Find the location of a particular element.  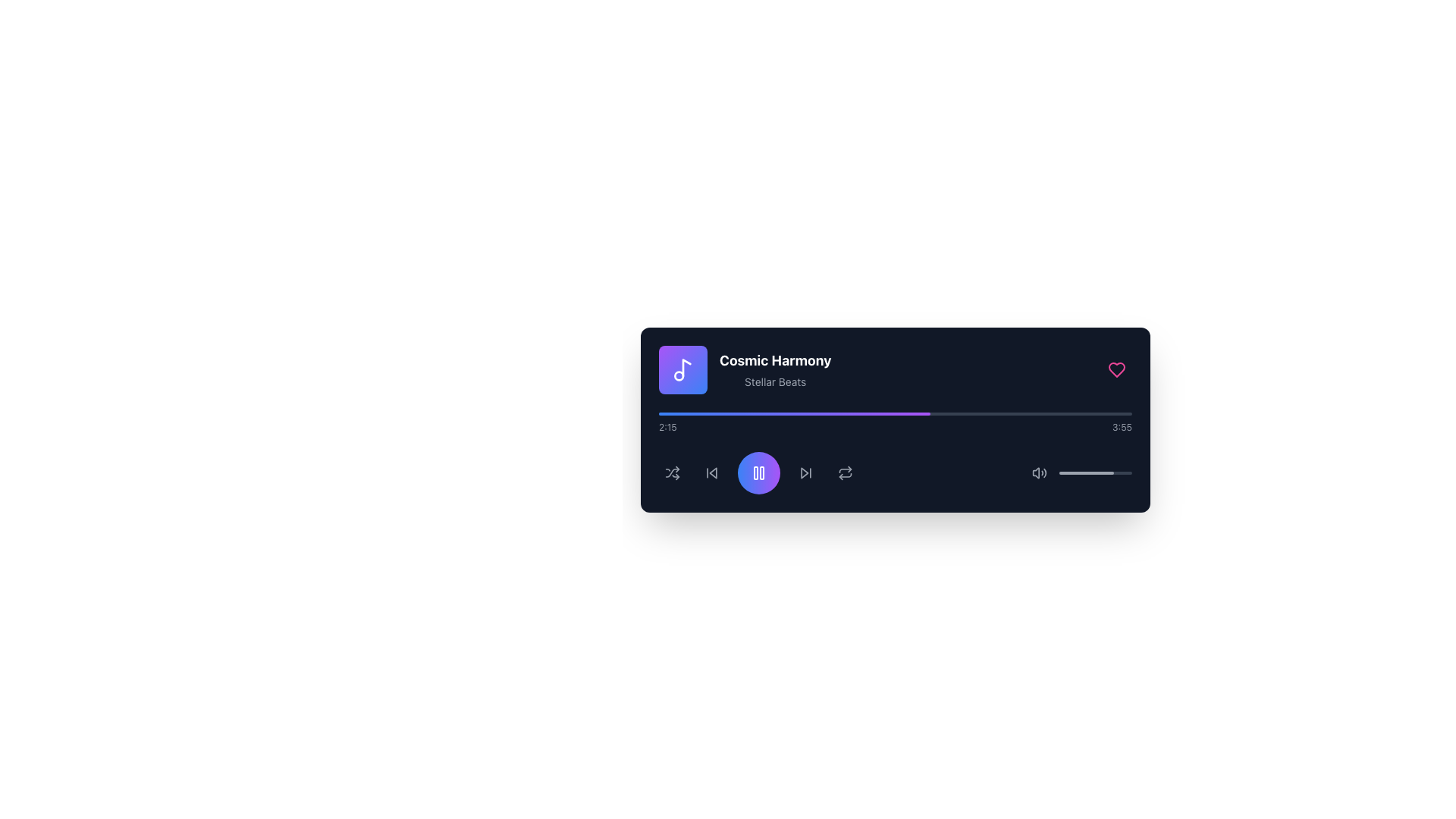

the circular repeat action button with a dark background and a gray icon that transitions to white on hover, enabling keyboard interaction is located at coordinates (844, 472).